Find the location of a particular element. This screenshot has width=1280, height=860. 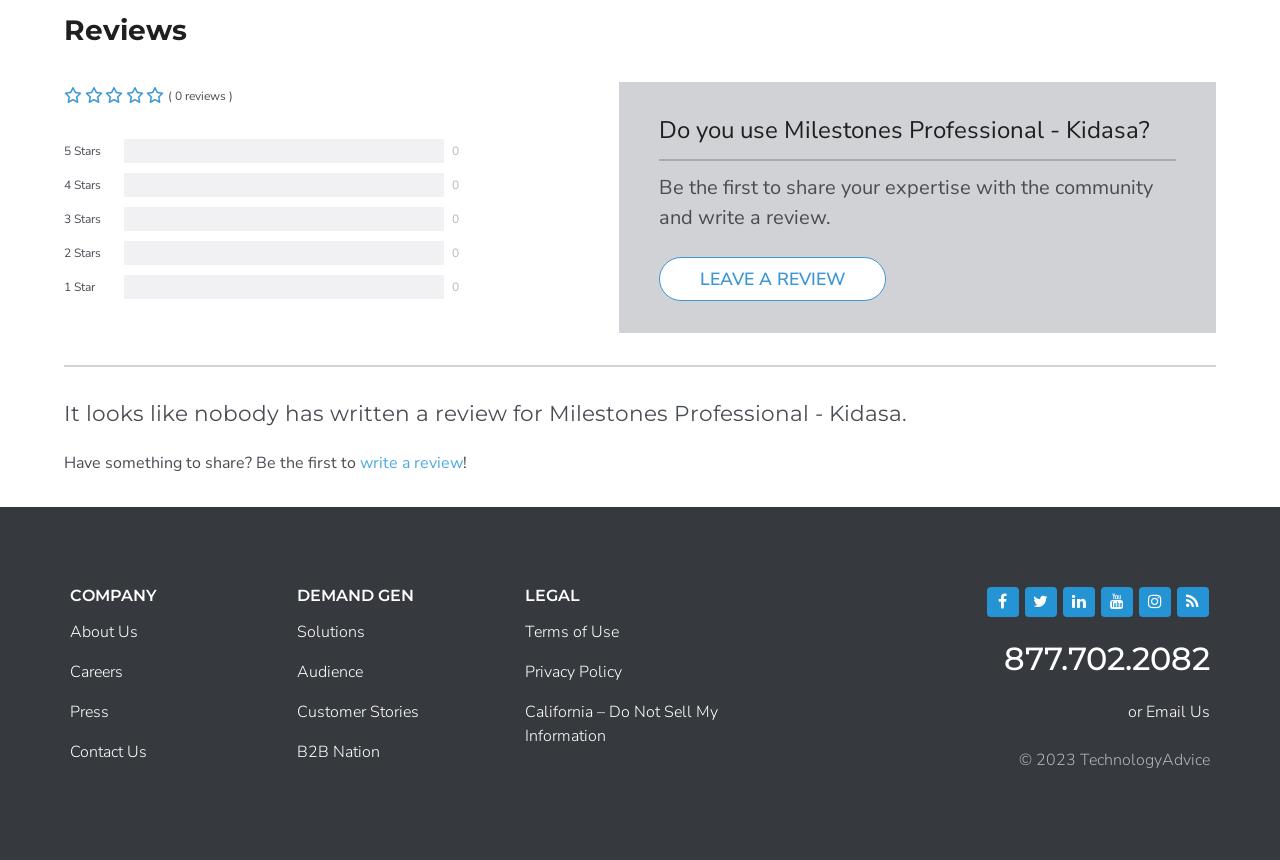

'!' is located at coordinates (464, 461).